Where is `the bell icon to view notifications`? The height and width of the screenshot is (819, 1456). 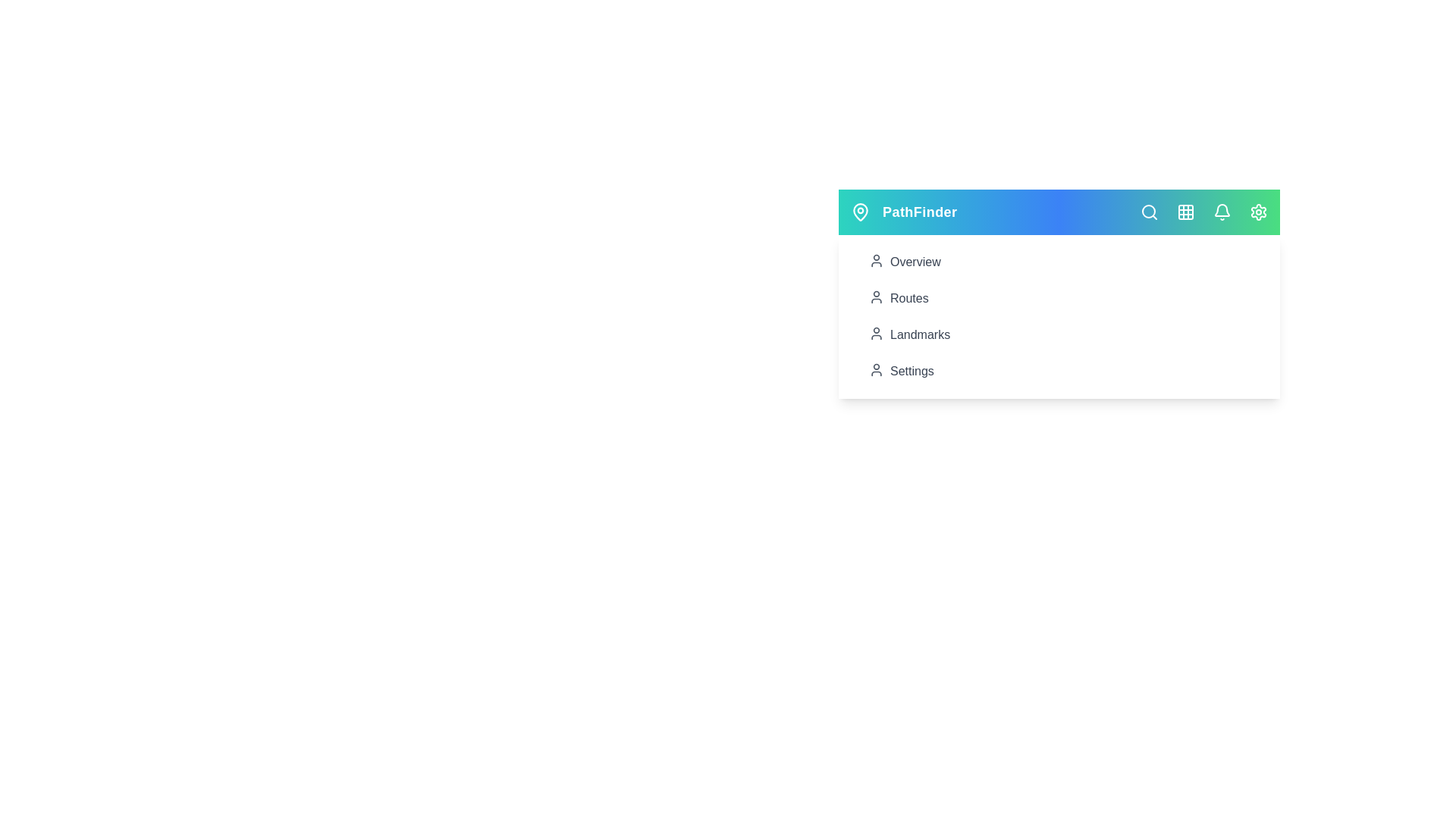 the bell icon to view notifications is located at coordinates (1222, 212).